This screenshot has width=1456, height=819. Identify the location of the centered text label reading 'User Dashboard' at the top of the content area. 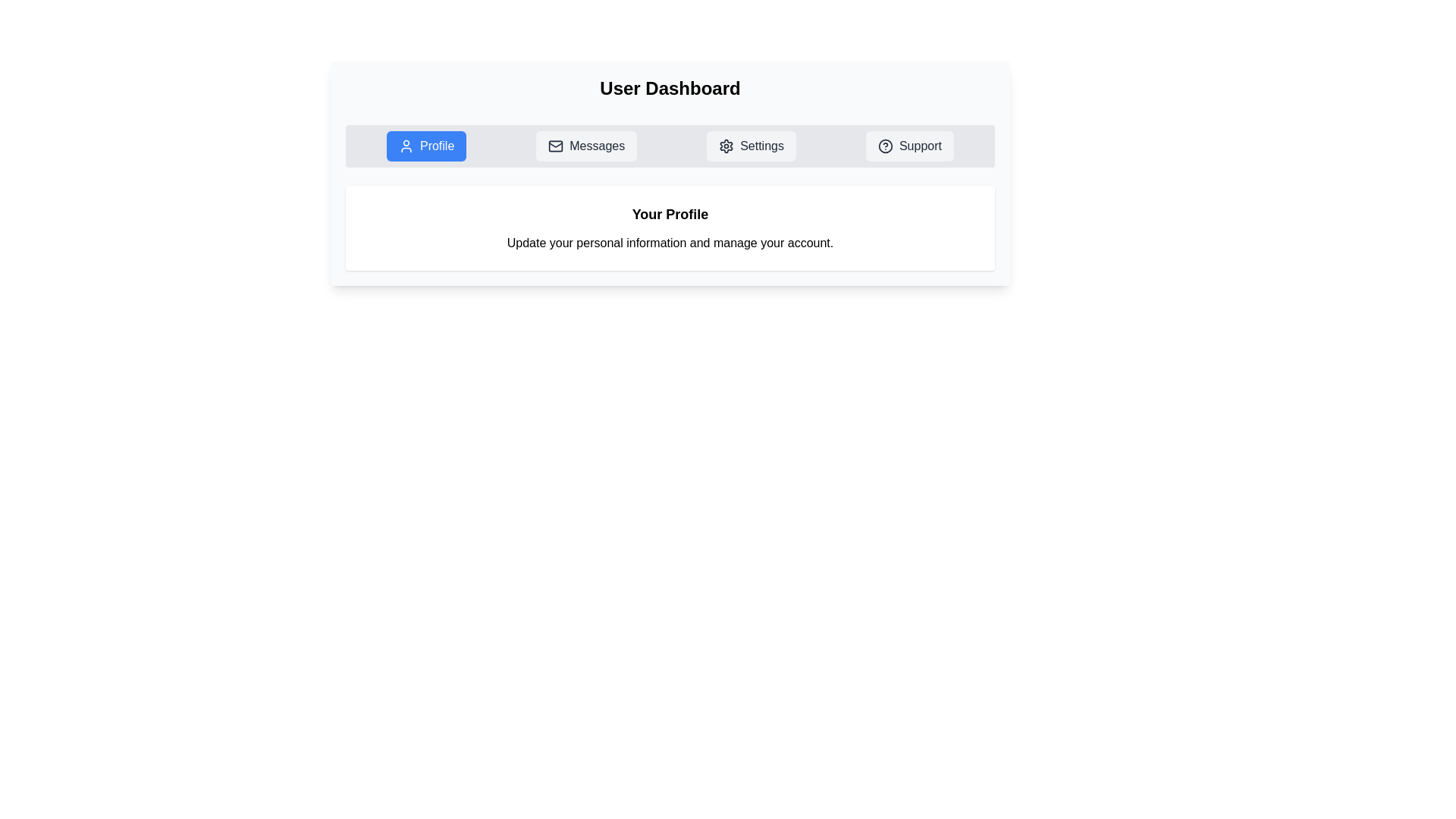
(669, 88).